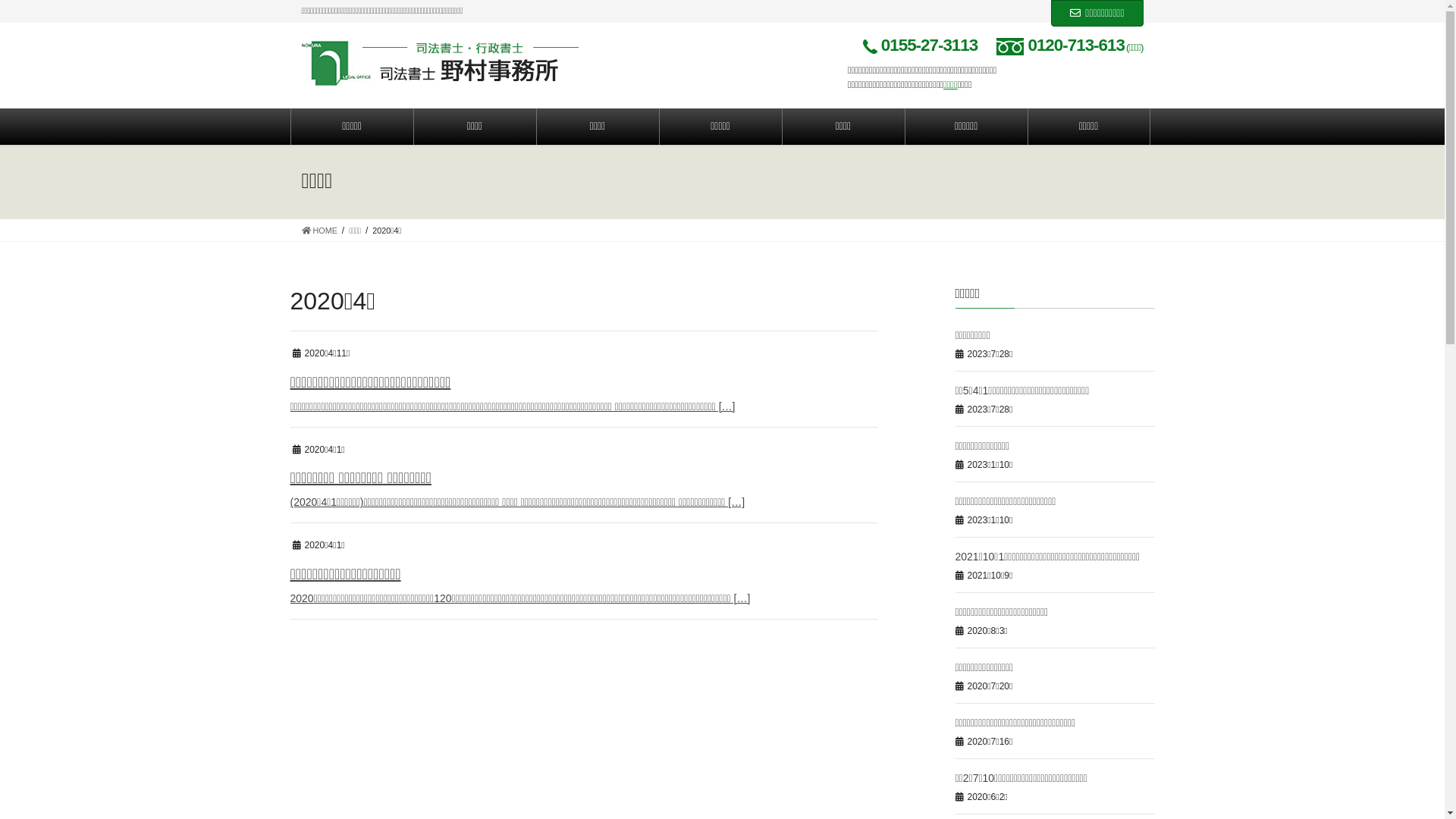 The width and height of the screenshot is (1456, 819). I want to click on 'HOME', so click(318, 231).